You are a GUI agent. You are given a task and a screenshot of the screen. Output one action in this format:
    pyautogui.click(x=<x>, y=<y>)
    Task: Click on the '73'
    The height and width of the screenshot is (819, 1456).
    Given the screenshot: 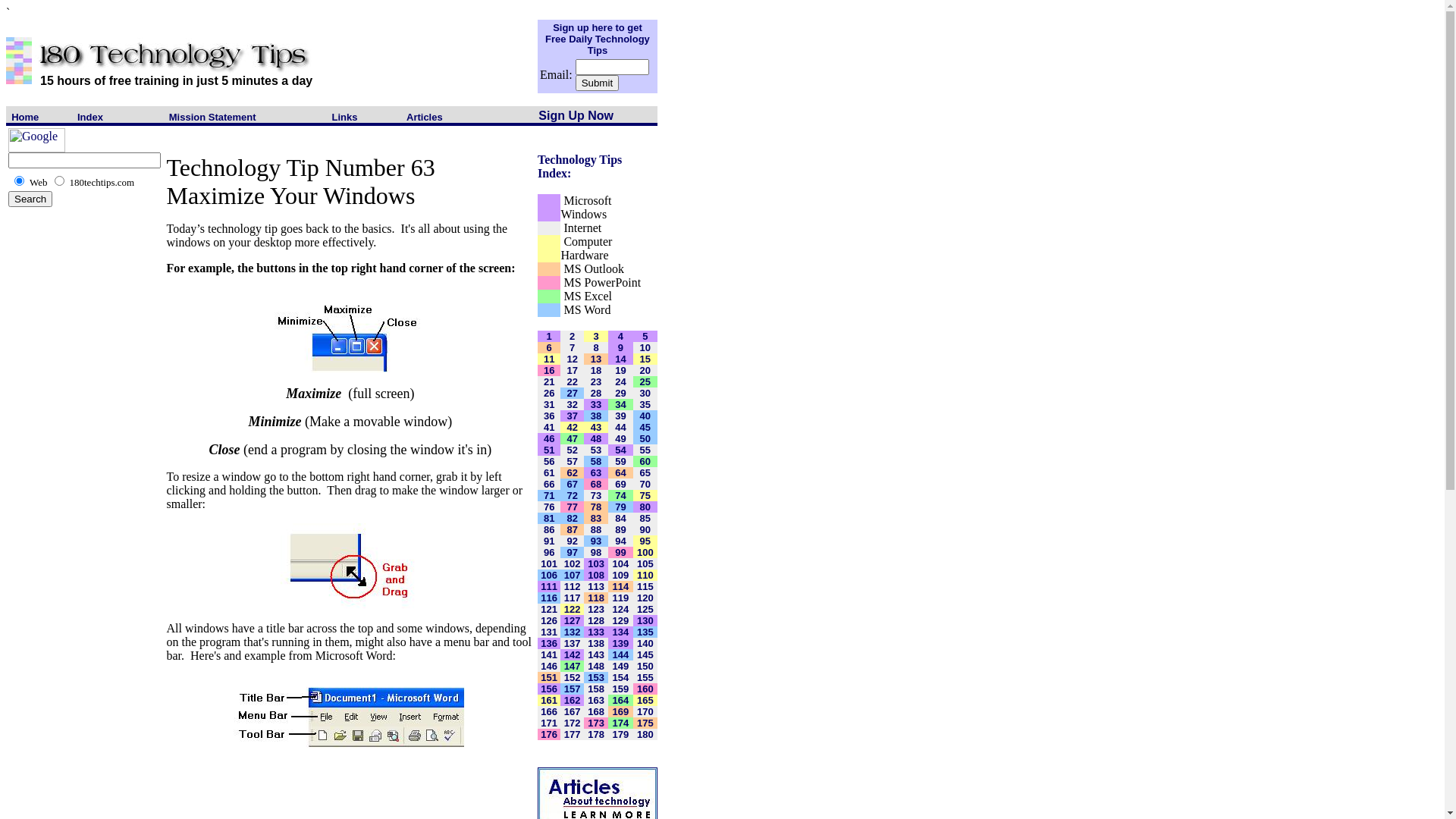 What is the action you would take?
    pyautogui.click(x=595, y=495)
    